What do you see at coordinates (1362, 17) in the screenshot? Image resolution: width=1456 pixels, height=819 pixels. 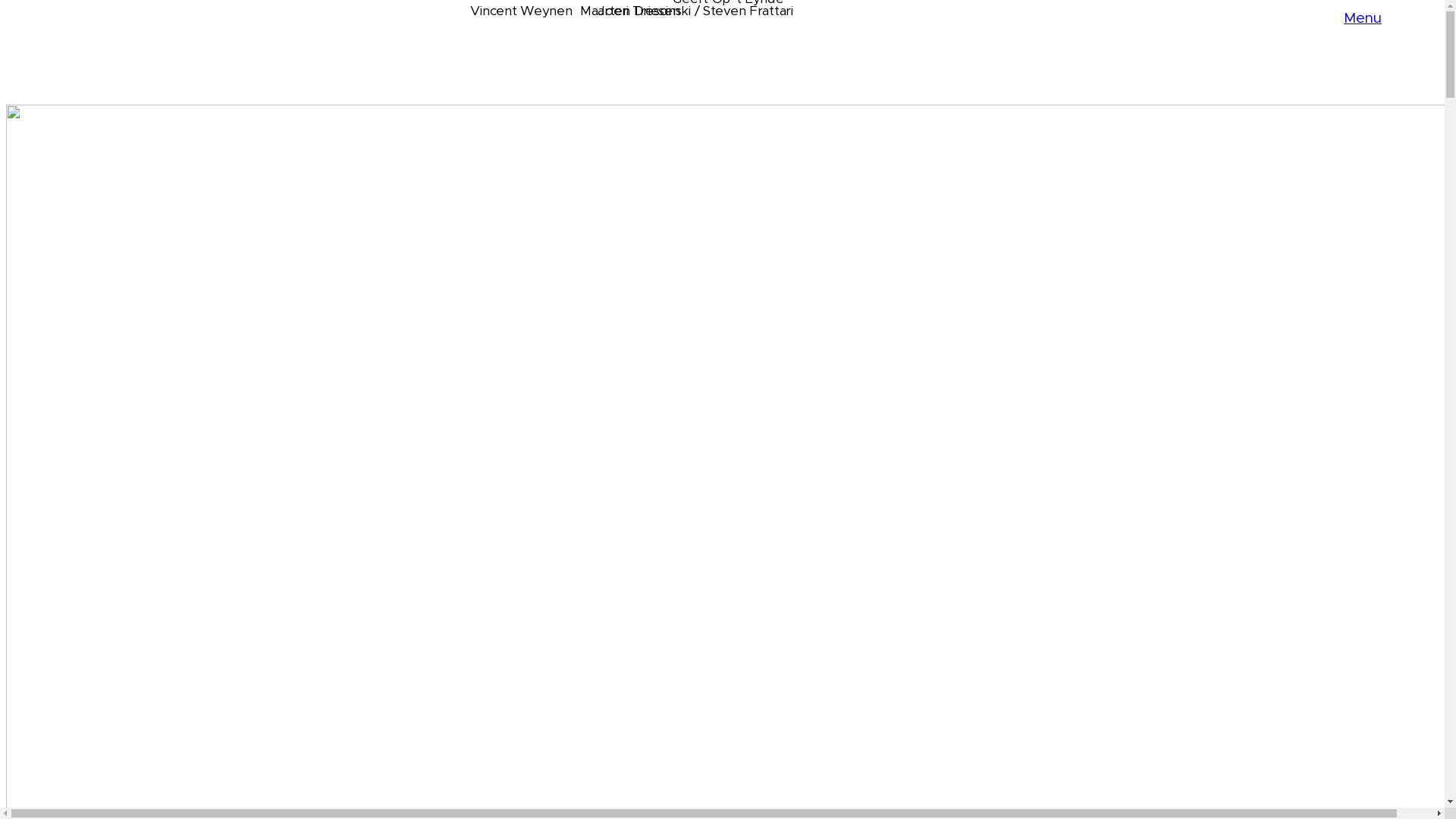 I see `'Menu'` at bounding box center [1362, 17].